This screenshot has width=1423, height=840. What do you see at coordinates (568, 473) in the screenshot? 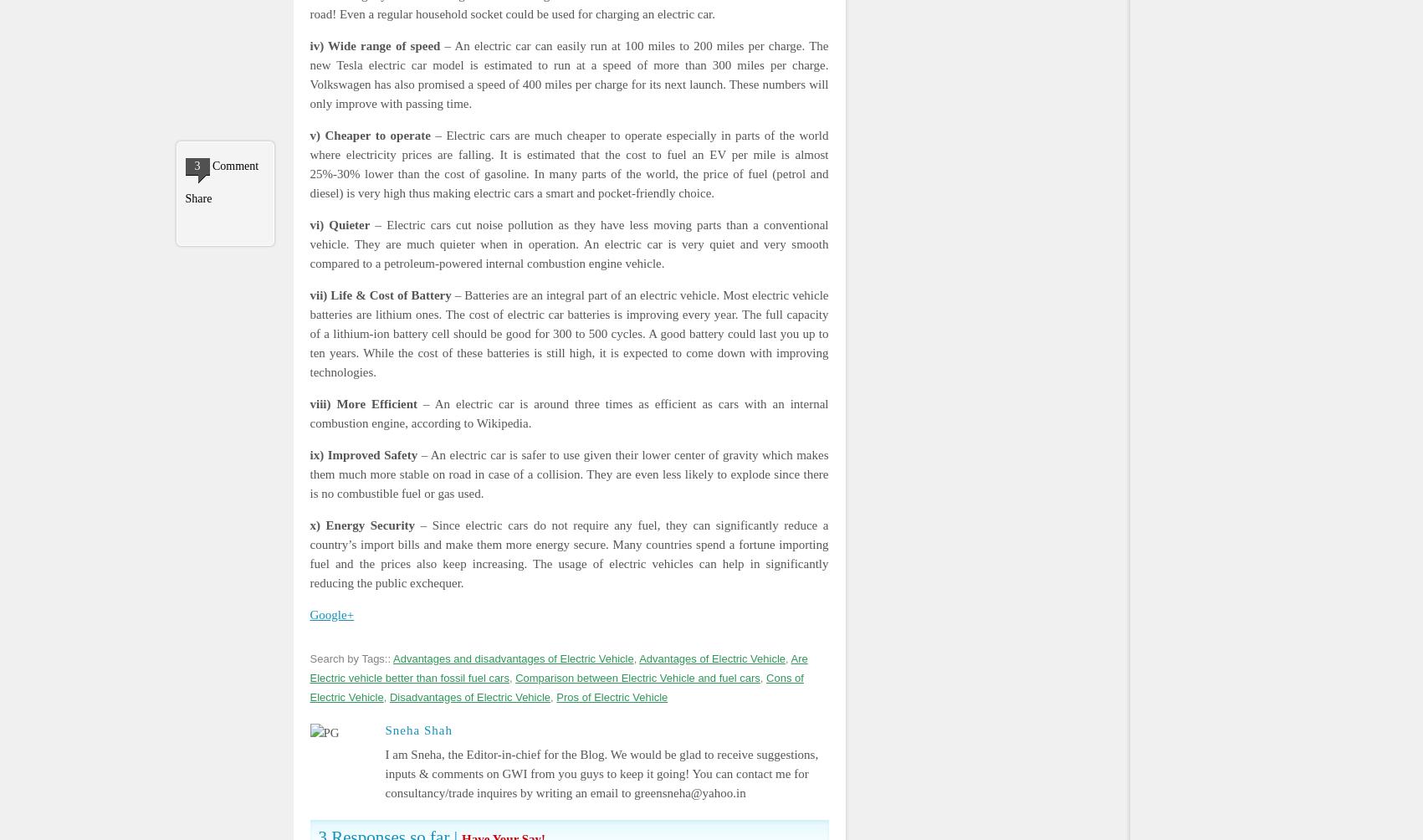
I see `'– An electric car is safer to use given their lower center of gravity which makes them much more stable on road in case of a collision. They are even less likely to explode since there is no combustible fuel or gas used.'` at bounding box center [568, 473].